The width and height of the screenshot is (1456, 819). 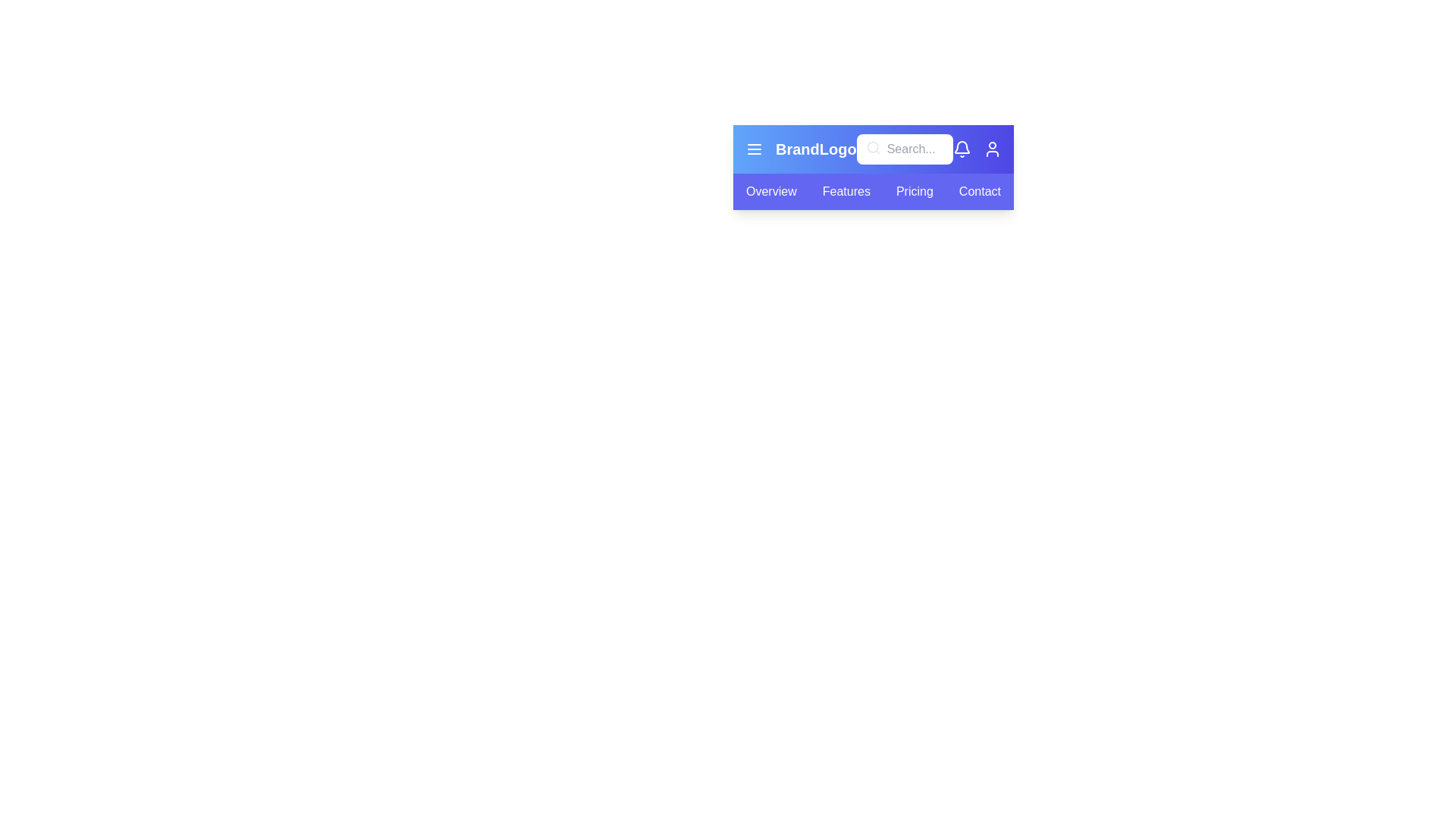 What do you see at coordinates (993, 149) in the screenshot?
I see `the user profile icon to access user settings` at bounding box center [993, 149].